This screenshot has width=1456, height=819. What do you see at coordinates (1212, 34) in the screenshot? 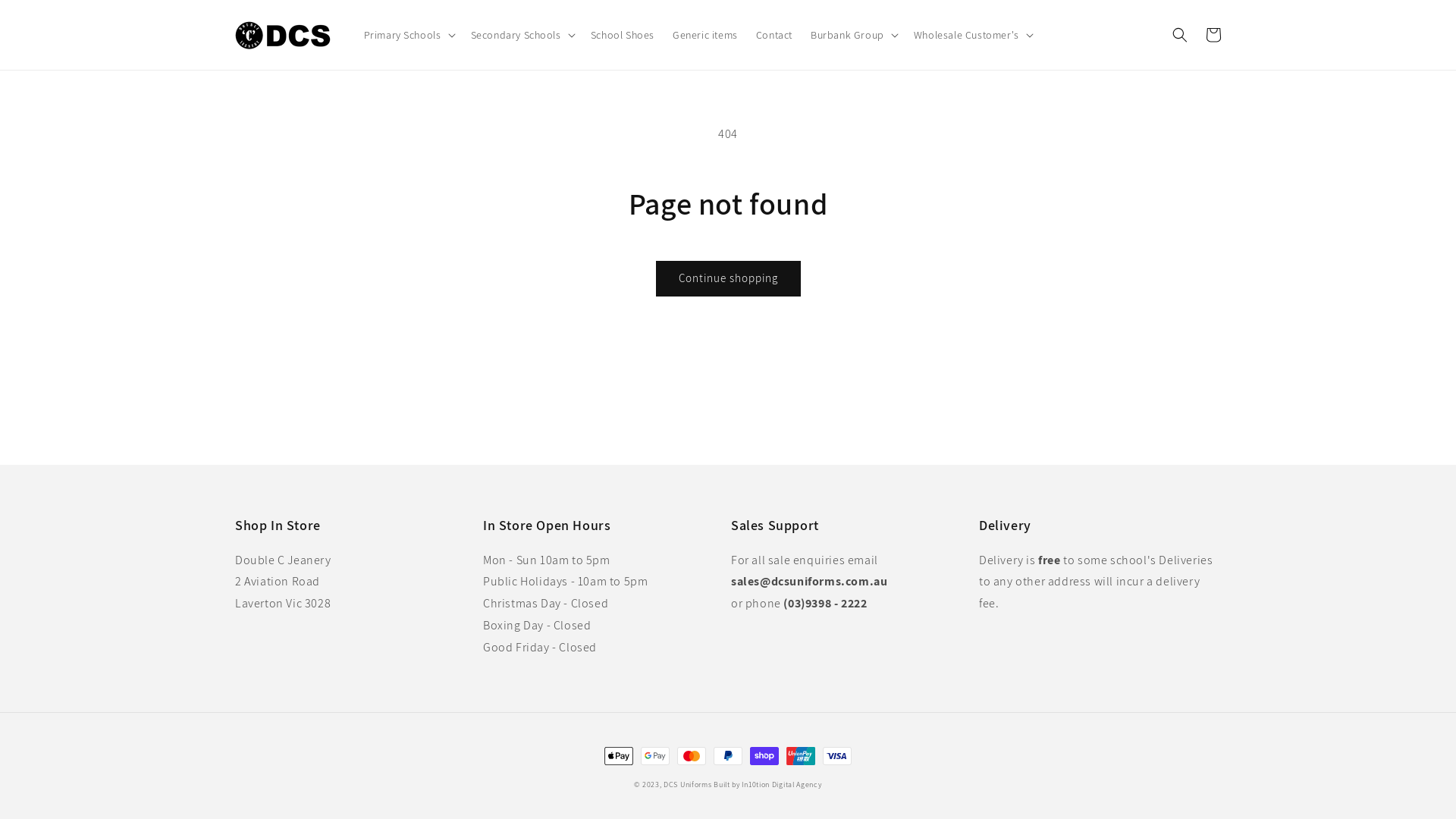
I see `'Cart'` at bounding box center [1212, 34].